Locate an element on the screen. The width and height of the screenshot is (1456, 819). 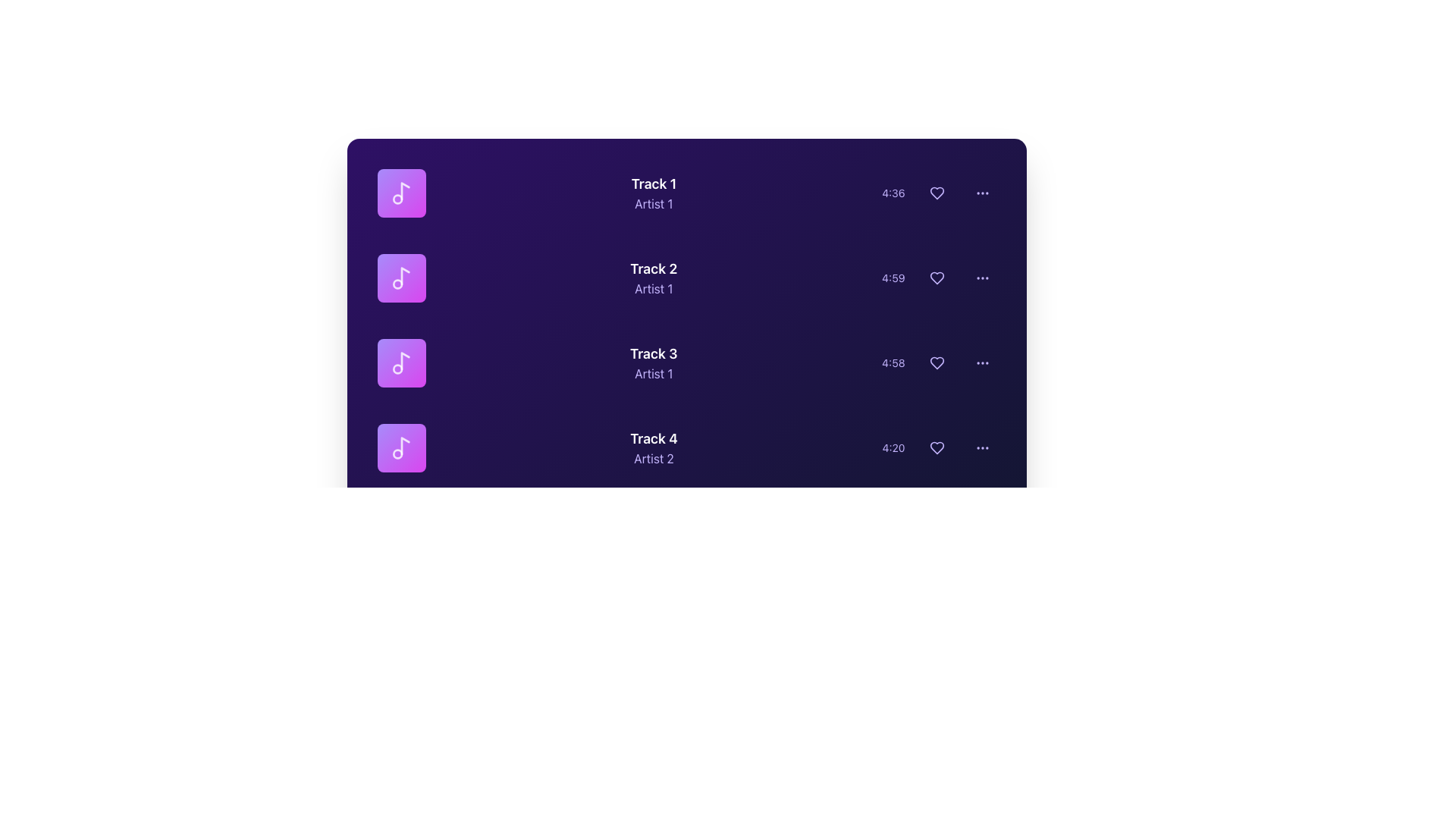
the text display element that shows the title and artist information for a track is located at coordinates (654, 192).